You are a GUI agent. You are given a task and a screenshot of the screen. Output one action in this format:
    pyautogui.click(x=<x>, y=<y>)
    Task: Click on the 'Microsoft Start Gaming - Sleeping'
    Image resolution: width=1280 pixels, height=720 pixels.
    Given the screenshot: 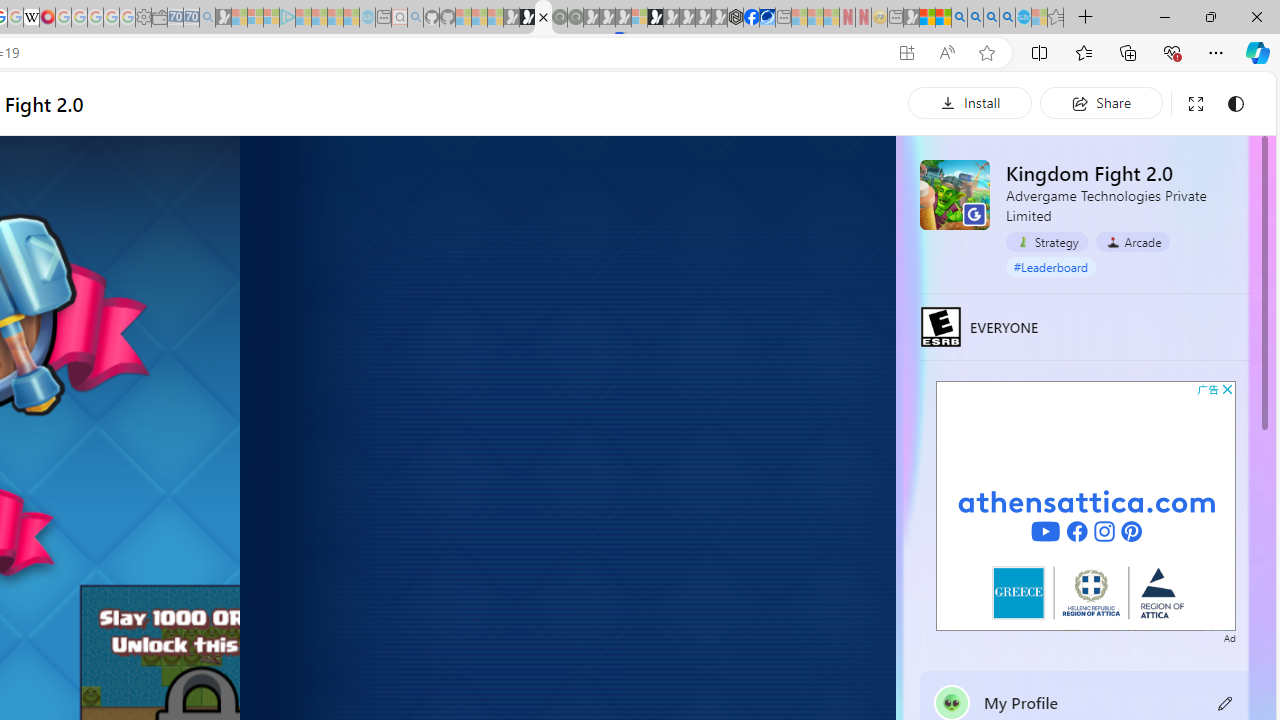 What is the action you would take?
    pyautogui.click(x=224, y=17)
    